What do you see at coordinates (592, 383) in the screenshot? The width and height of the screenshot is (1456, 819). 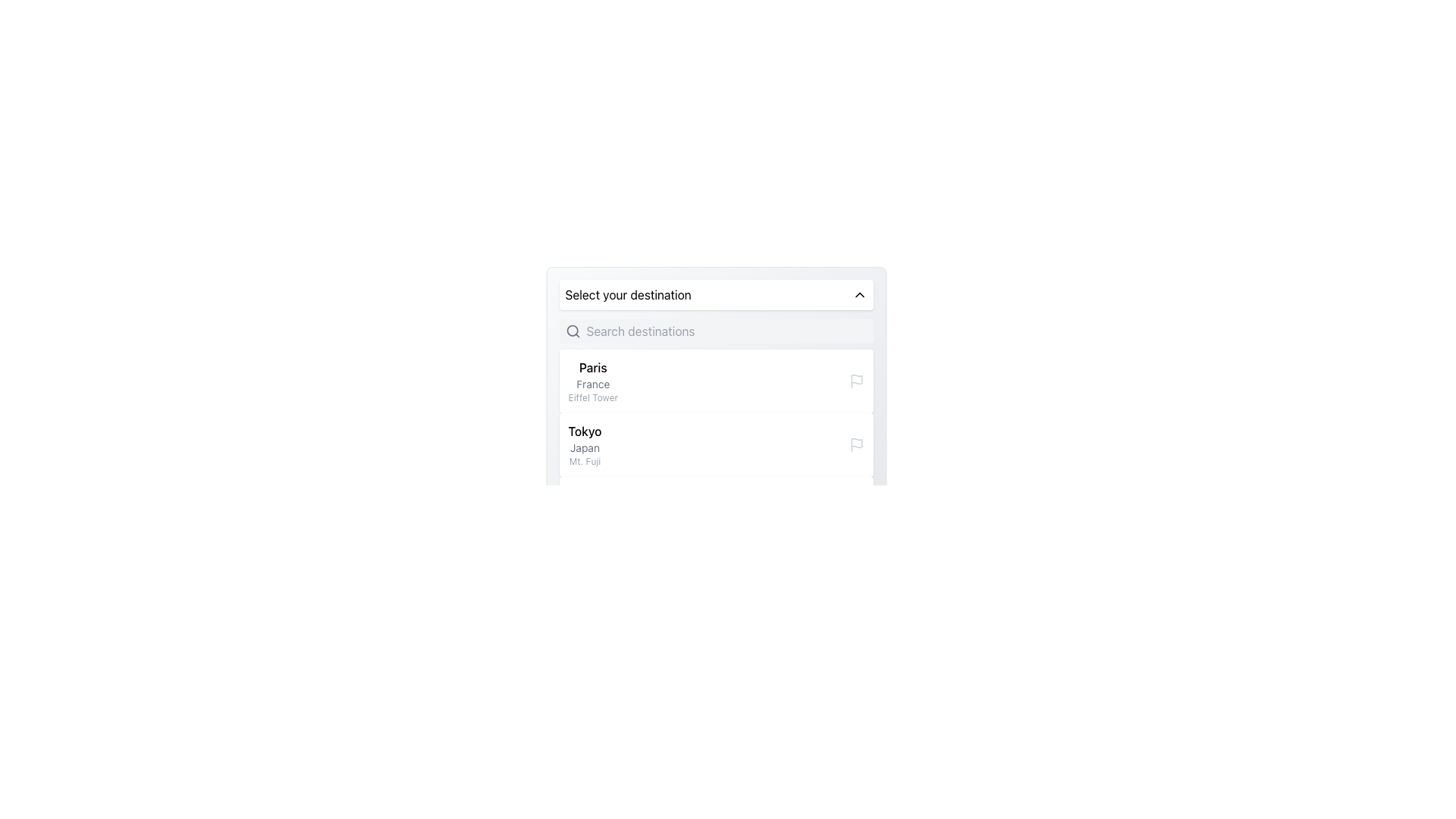 I see `the static text label displaying 'France', which is positioned below the 'Paris' label and above 'Eiffel Tower'` at bounding box center [592, 383].